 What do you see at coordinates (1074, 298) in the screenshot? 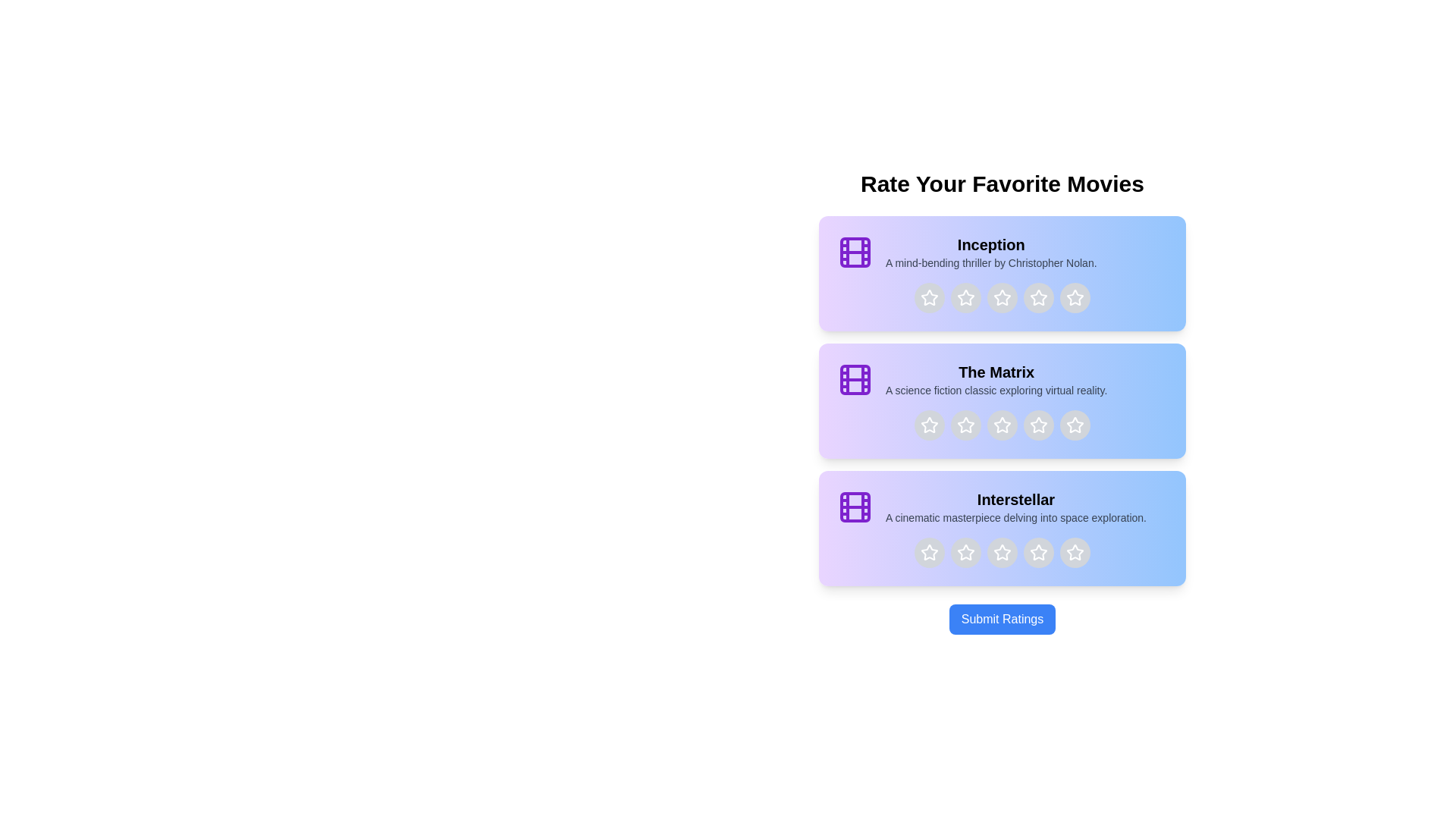
I see `the star corresponding to 5 stars for the movie titled Inception` at bounding box center [1074, 298].